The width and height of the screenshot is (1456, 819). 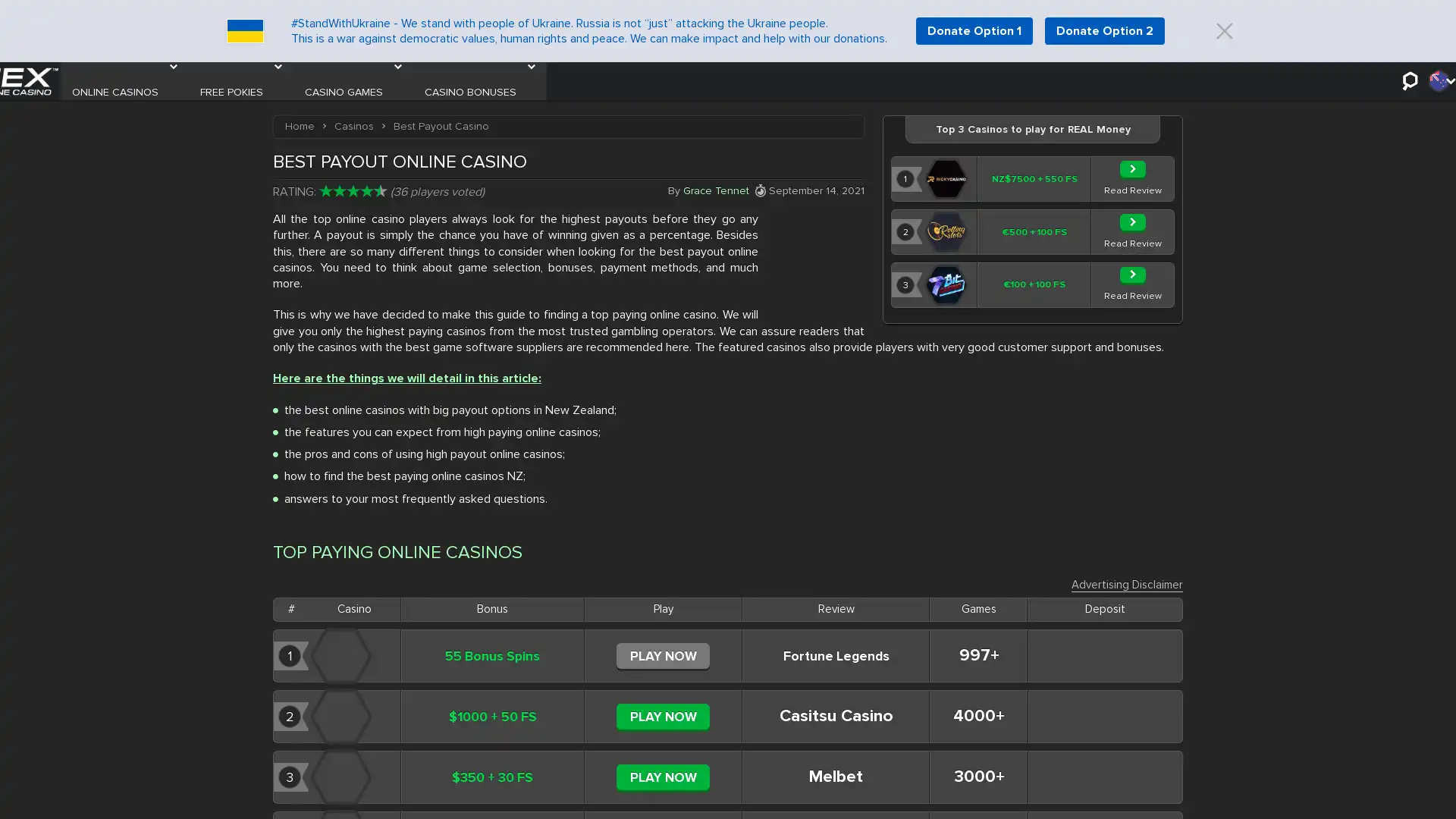 What do you see at coordinates (663, 786) in the screenshot?
I see `PLAY NOW` at bounding box center [663, 786].